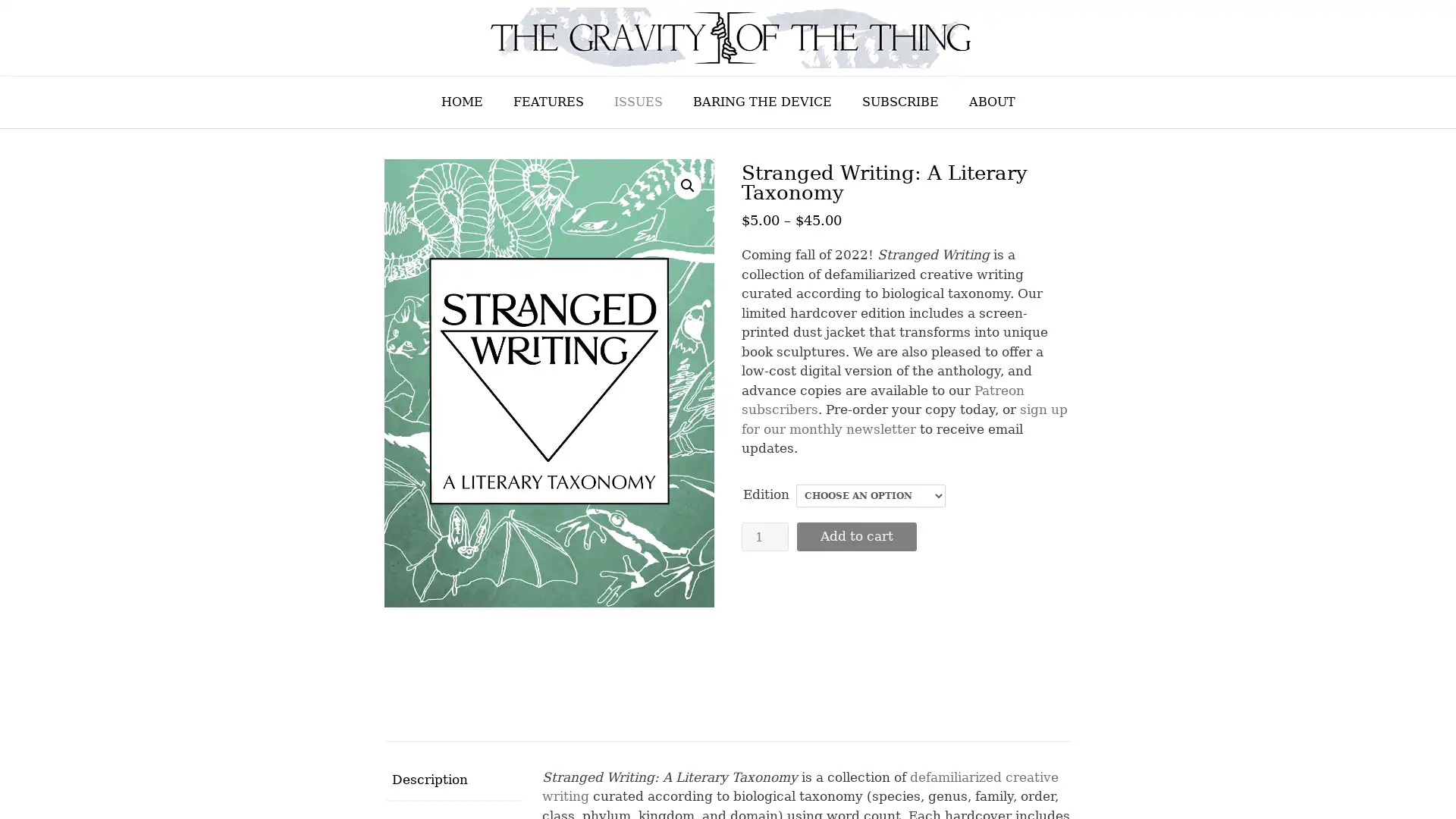 The width and height of the screenshot is (1456, 819). Describe the element at coordinates (855, 535) in the screenshot. I see `Add to cart` at that location.